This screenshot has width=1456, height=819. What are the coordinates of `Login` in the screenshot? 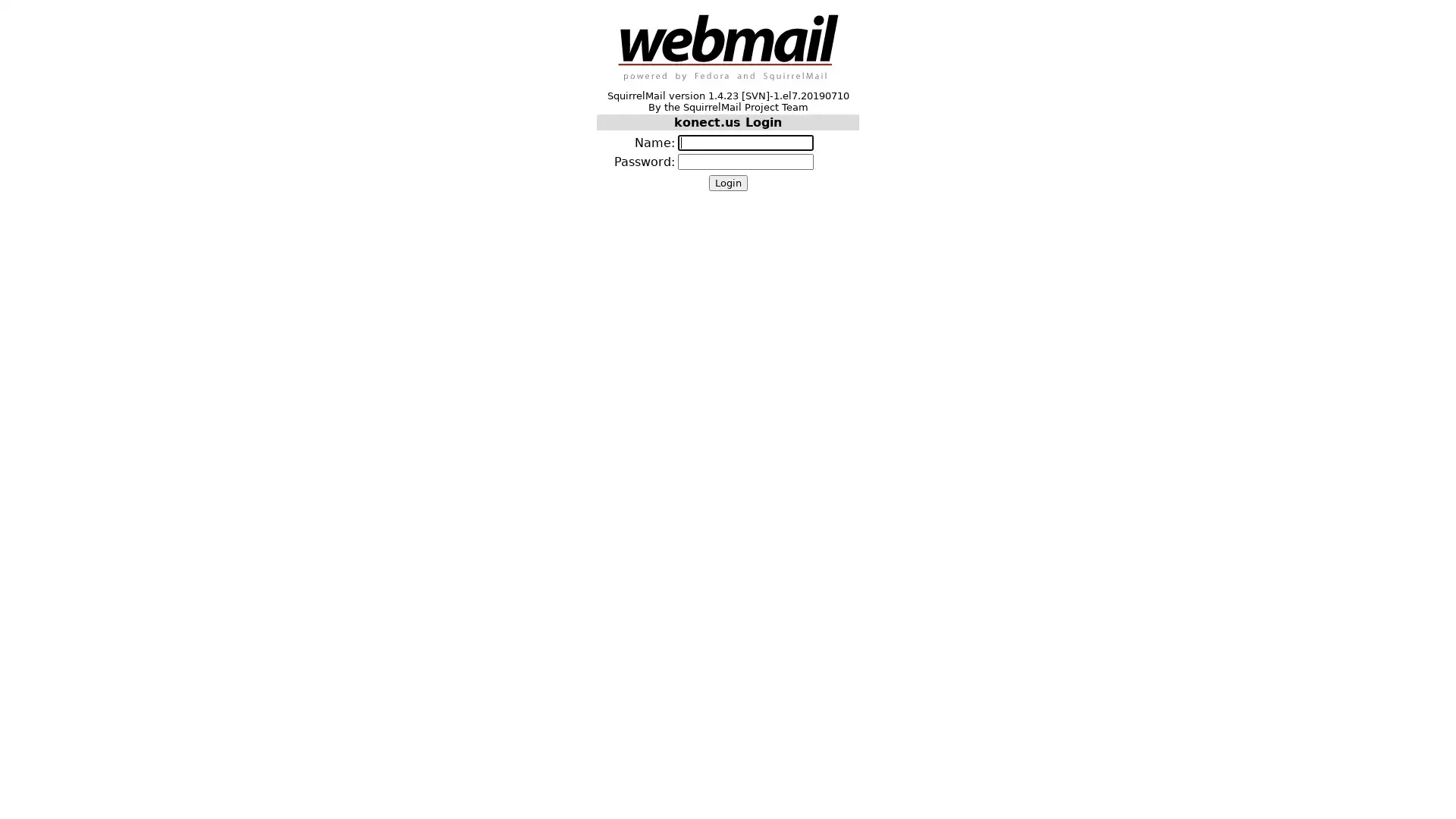 It's located at (726, 182).